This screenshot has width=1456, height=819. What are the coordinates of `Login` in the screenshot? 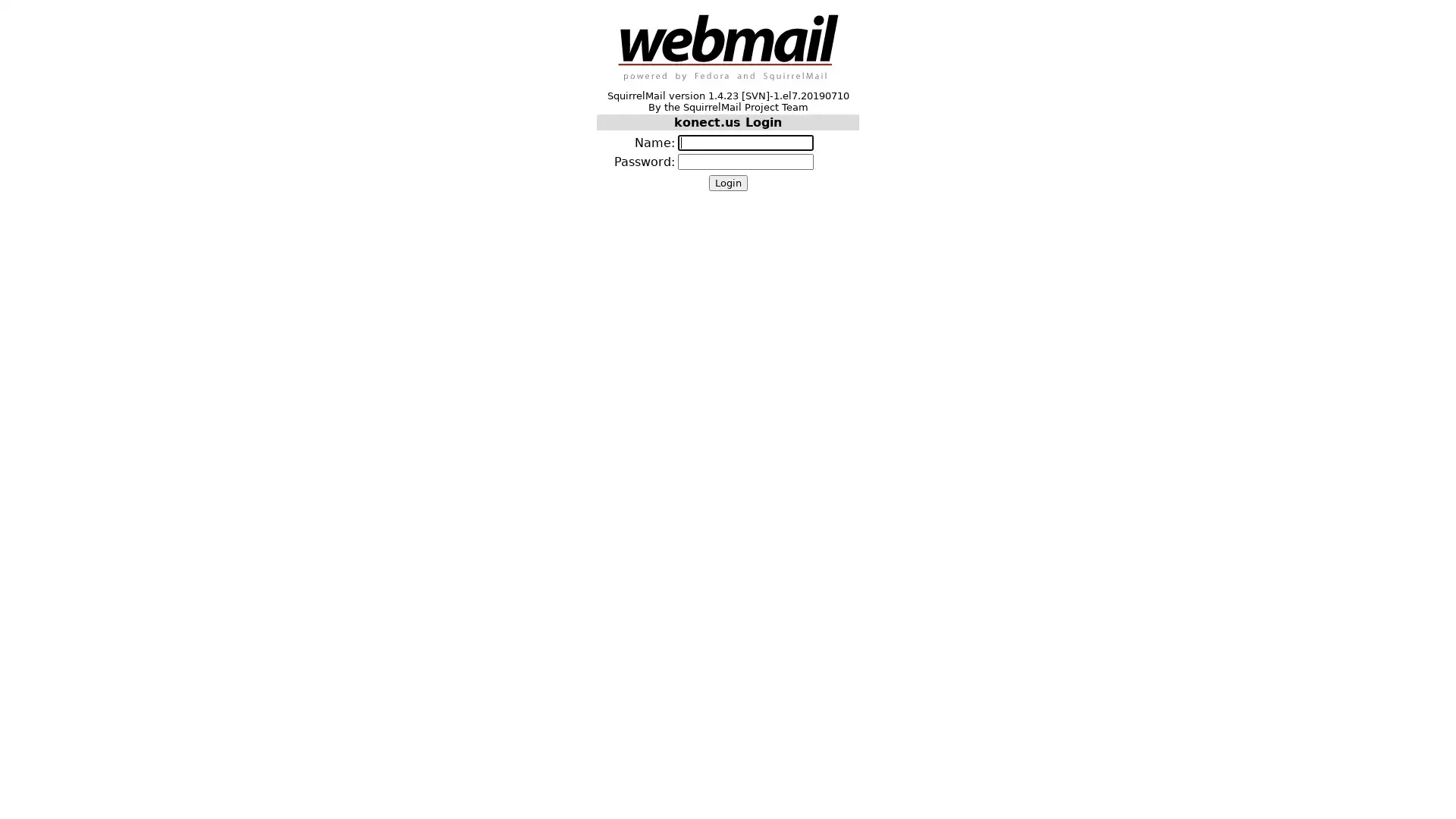 It's located at (726, 182).